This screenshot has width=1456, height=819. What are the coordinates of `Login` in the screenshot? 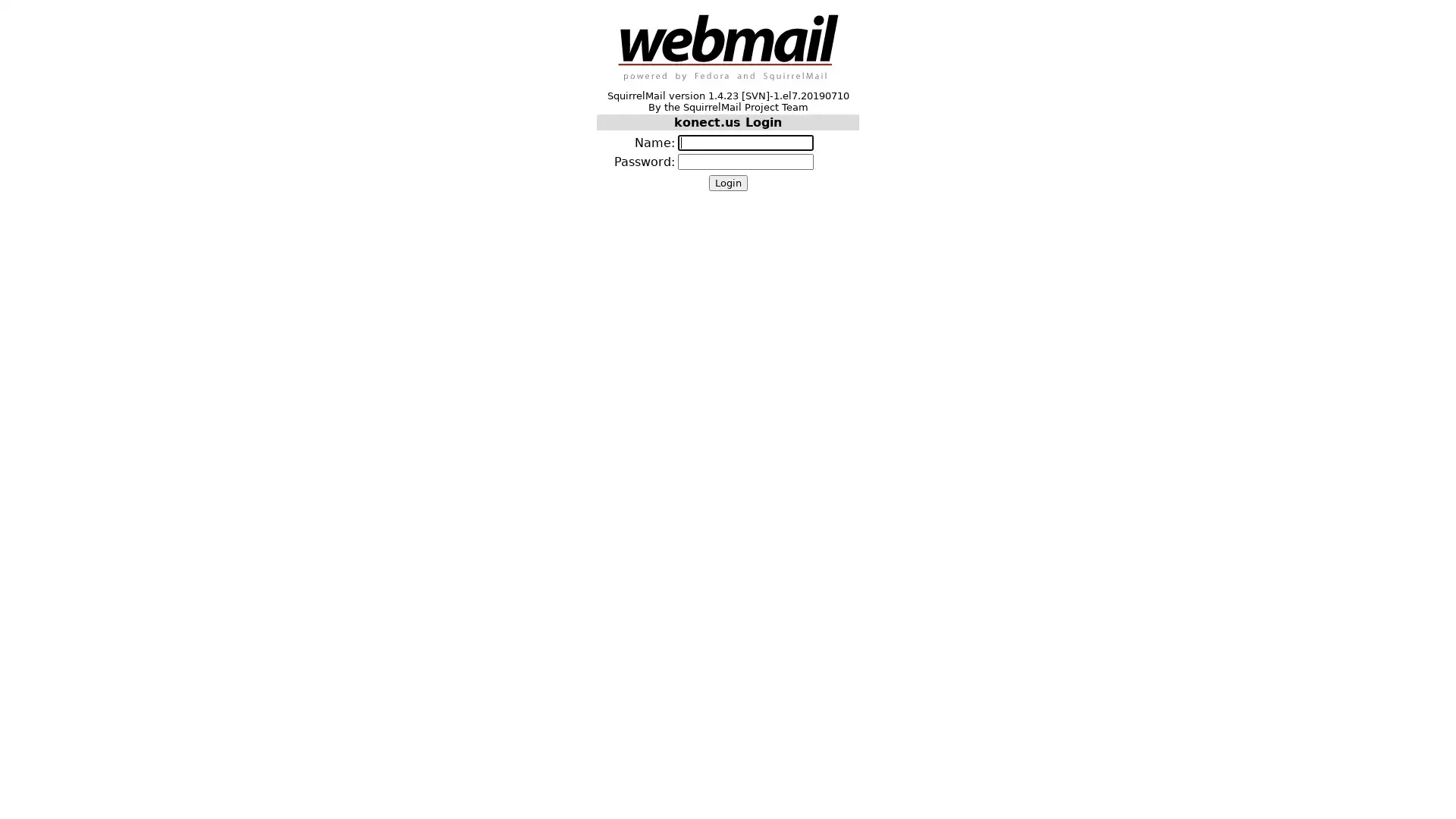 It's located at (726, 182).